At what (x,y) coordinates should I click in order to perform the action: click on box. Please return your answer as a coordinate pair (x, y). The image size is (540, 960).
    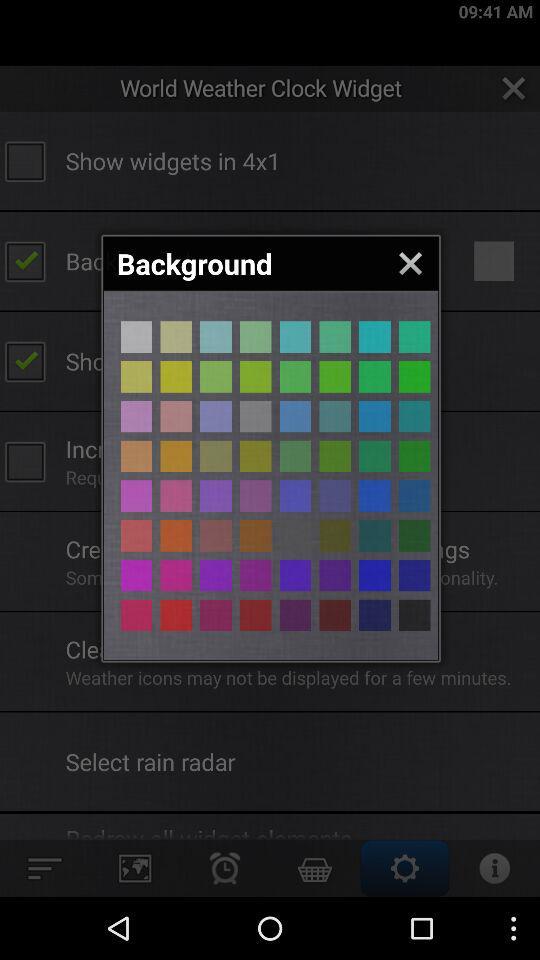
    Looking at the image, I should click on (413, 415).